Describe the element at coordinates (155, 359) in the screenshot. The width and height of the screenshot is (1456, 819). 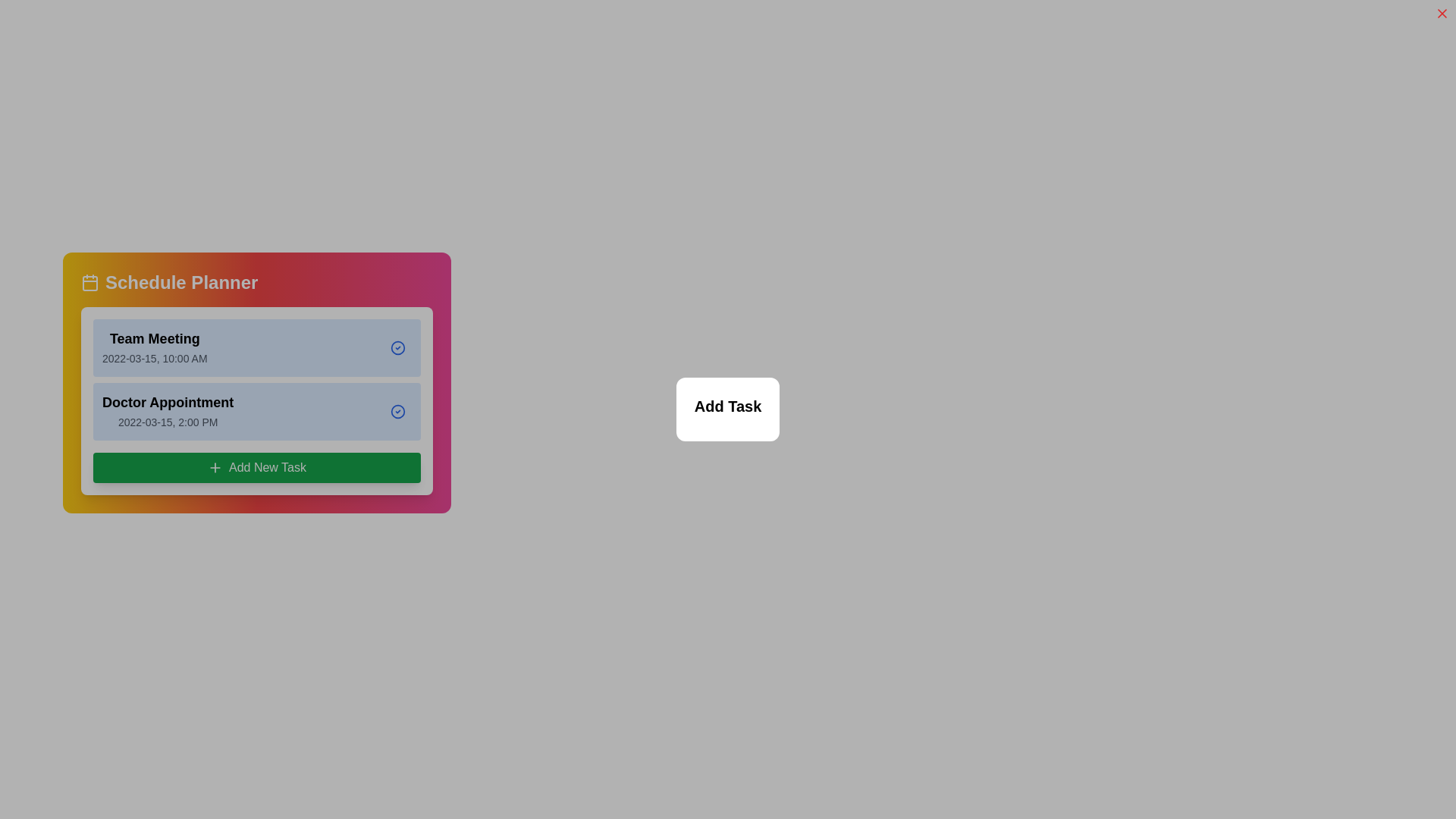
I see `the static text label displaying '2022-03-15, 10:00 AM' located below the 'Team Meeting' title in the schedule interface` at that location.